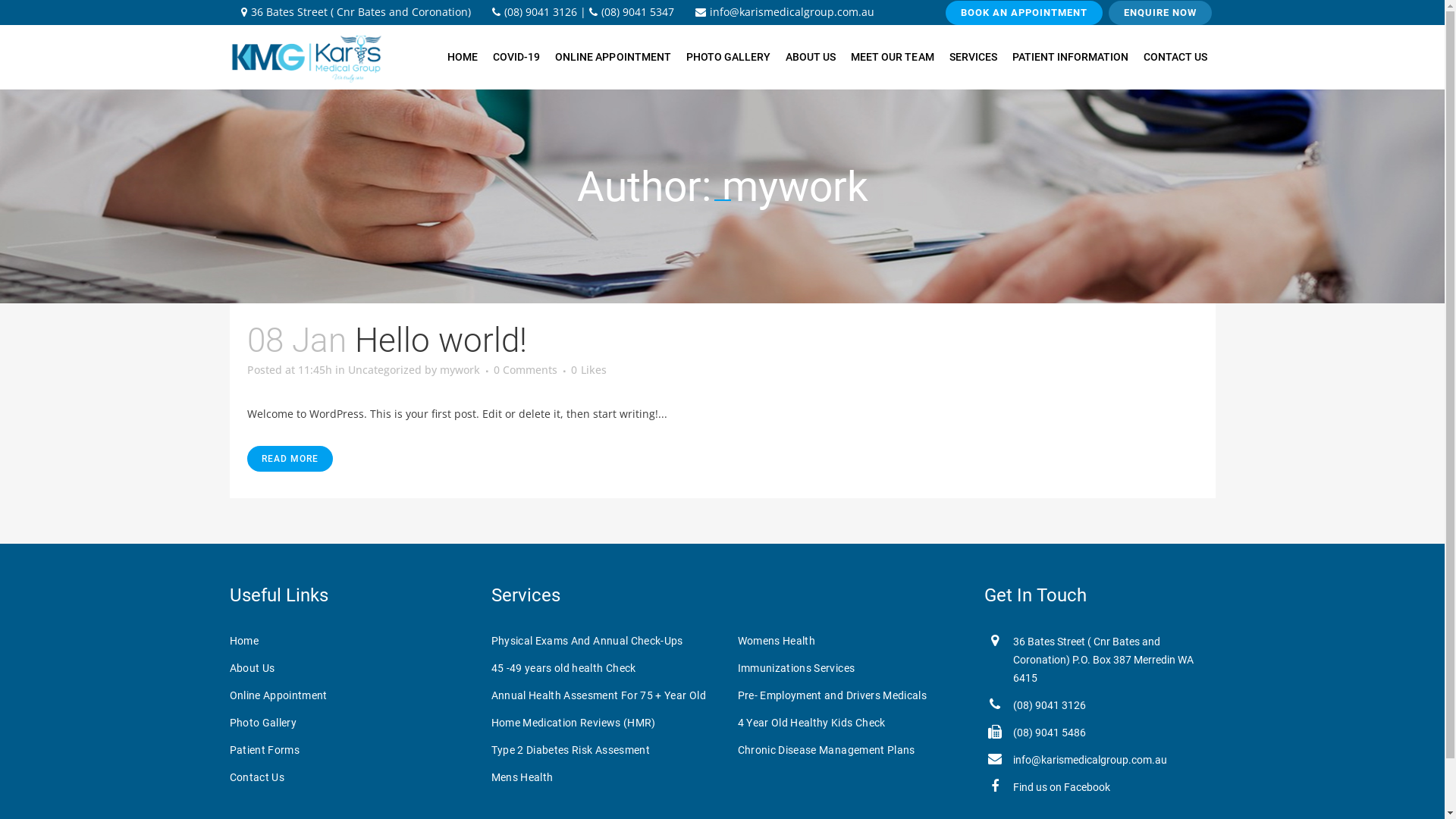 Image resolution: width=1456 pixels, height=819 pixels. What do you see at coordinates (630, 11) in the screenshot?
I see `'(08) 9041 5347'` at bounding box center [630, 11].